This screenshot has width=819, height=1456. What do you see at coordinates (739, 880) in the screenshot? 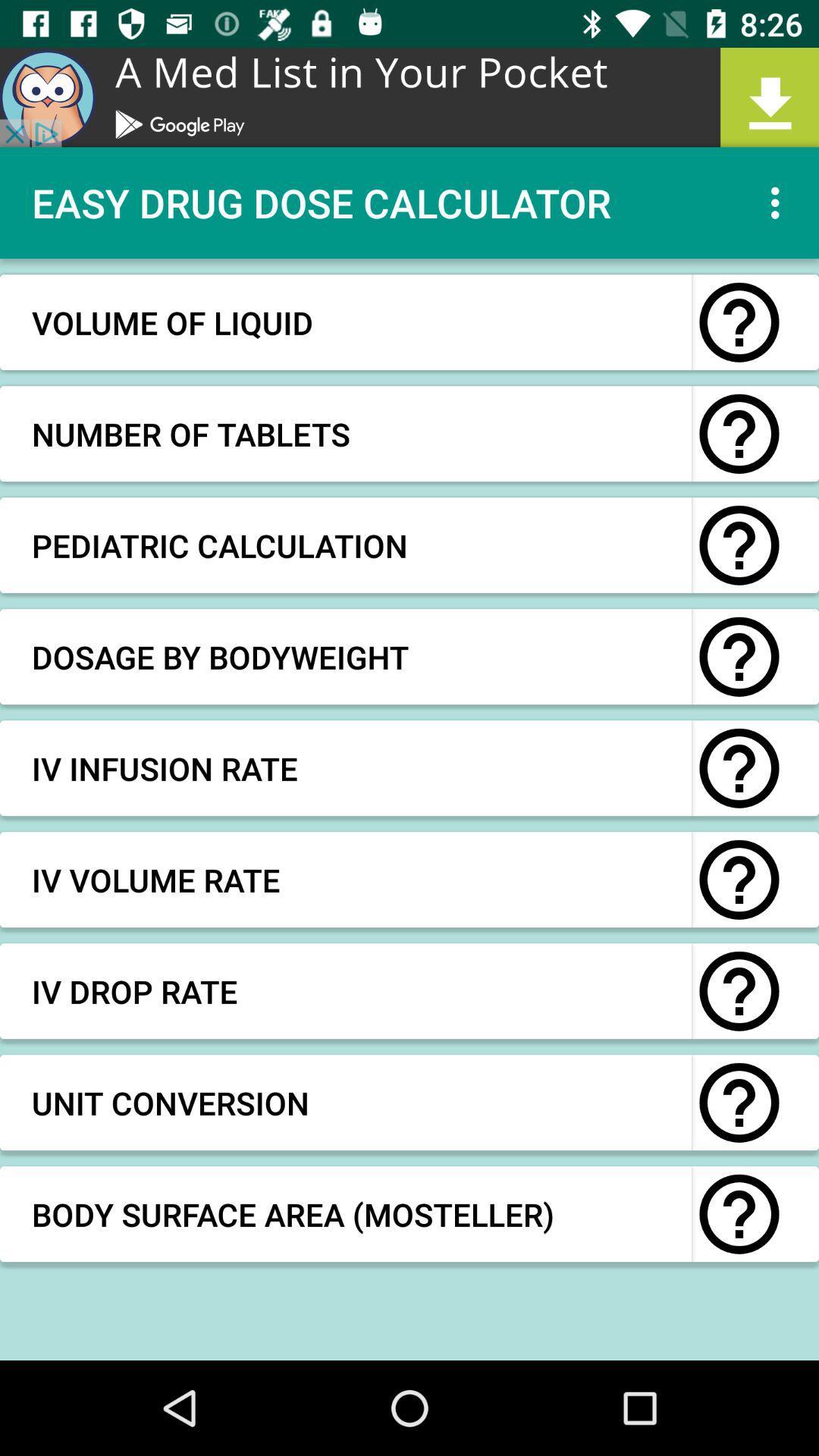
I see `help option` at bounding box center [739, 880].